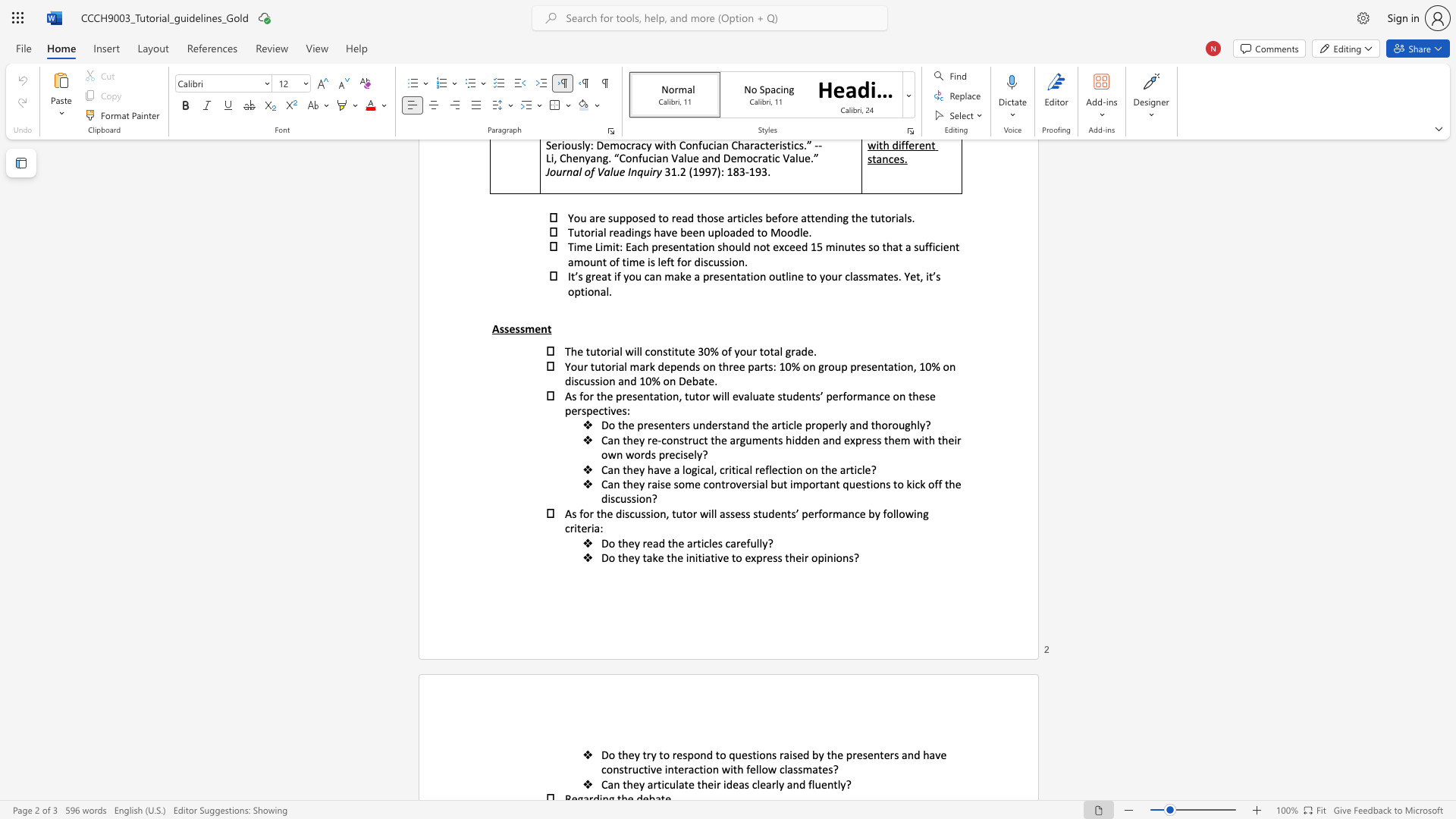  Describe the element at coordinates (617, 542) in the screenshot. I see `the subset text "th" within the text "Do they read the articles carefully?"` at that location.